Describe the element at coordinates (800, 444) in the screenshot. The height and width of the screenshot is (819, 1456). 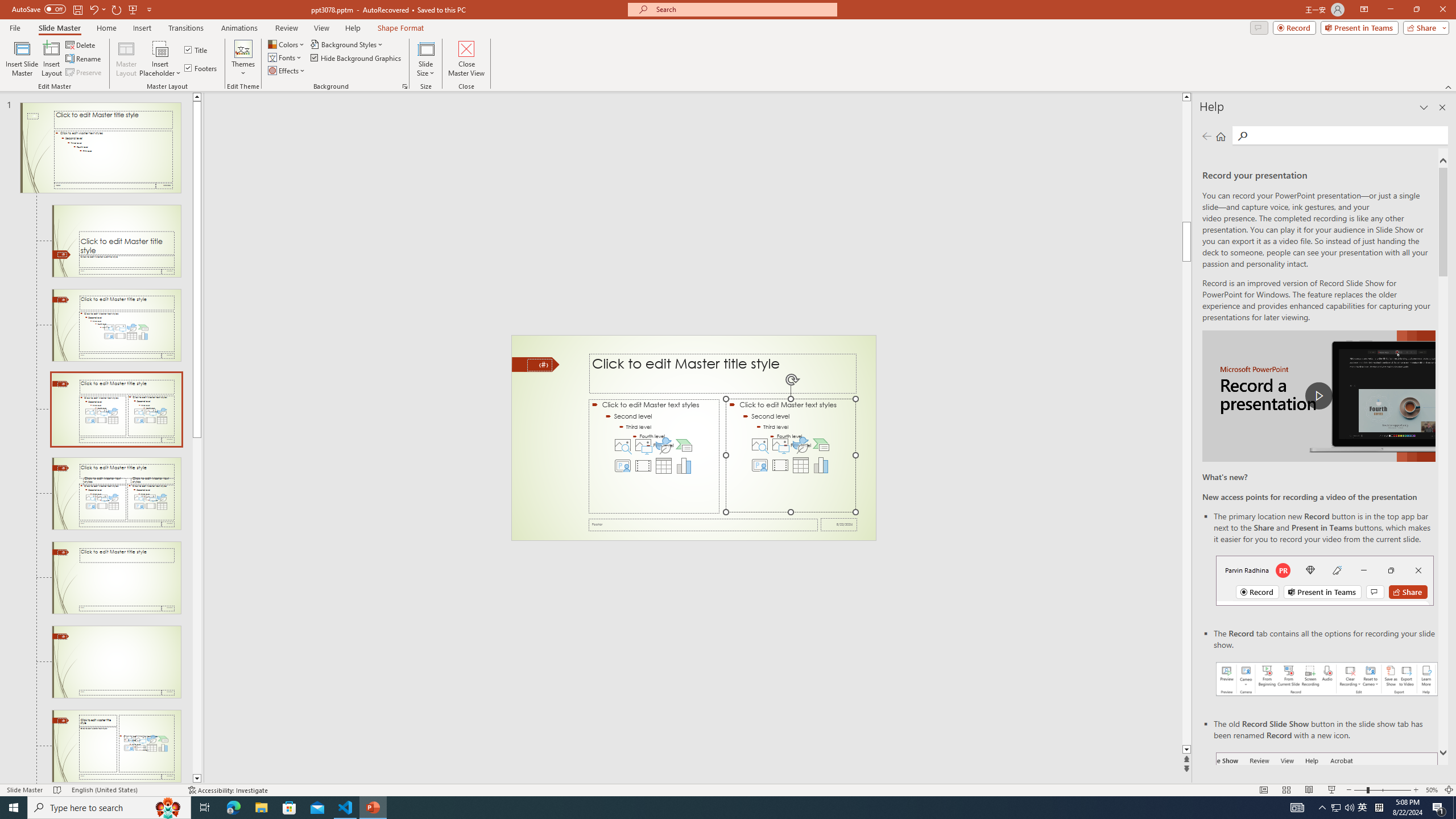
I see `'Insert an Icon'` at that location.